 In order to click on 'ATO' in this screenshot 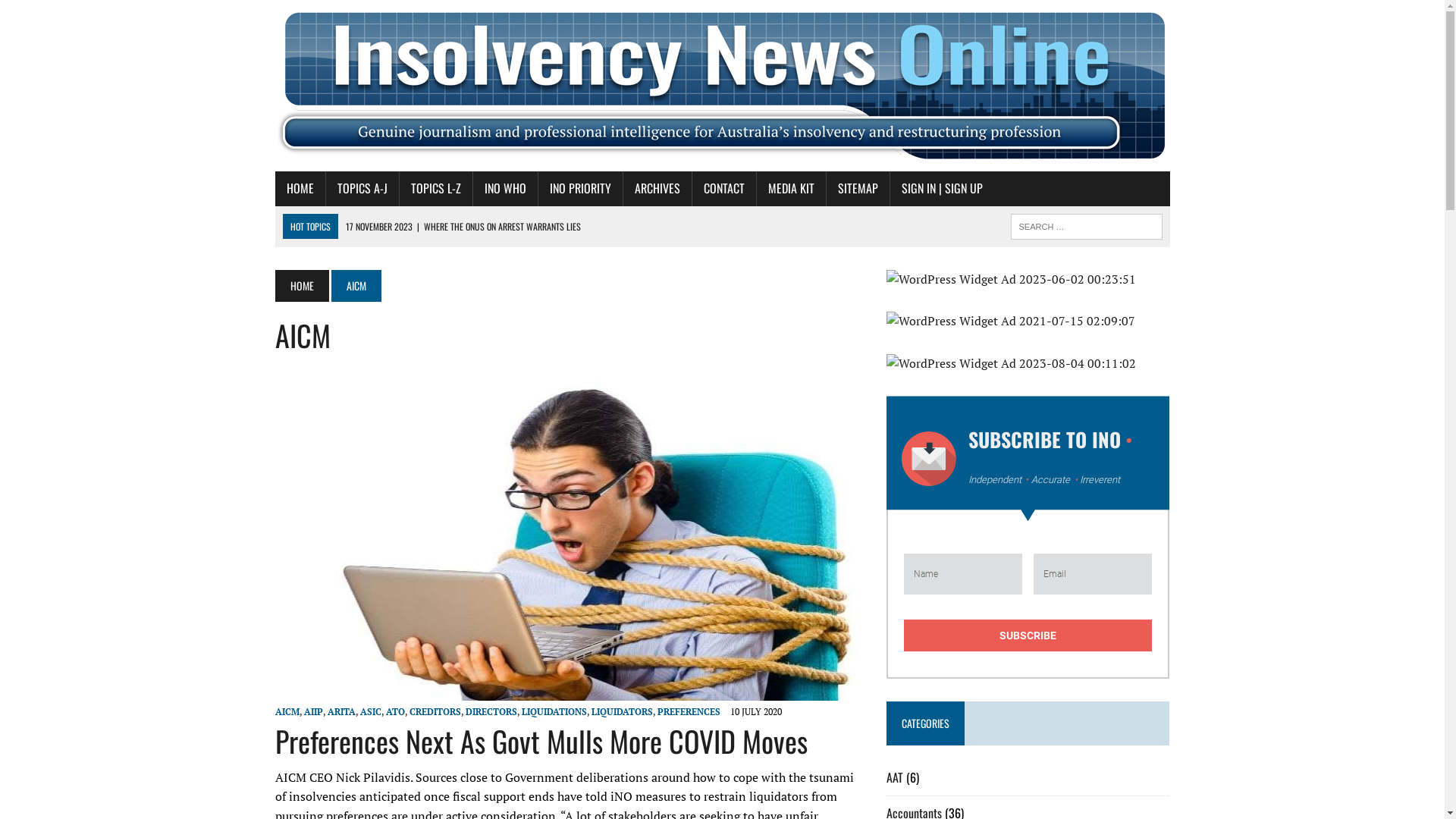, I will do `click(385, 711)`.